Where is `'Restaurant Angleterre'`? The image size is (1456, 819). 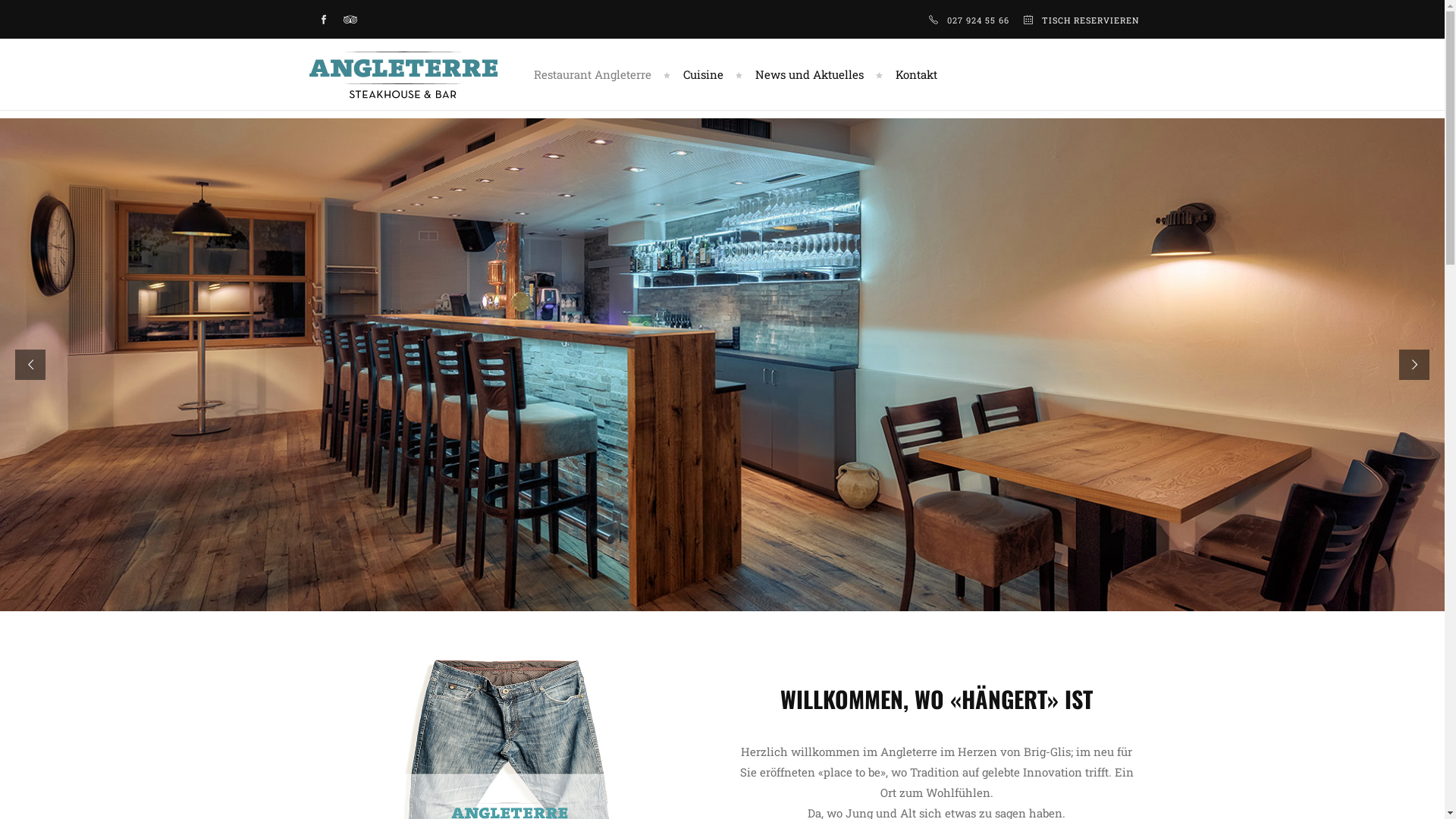 'Restaurant Angleterre' is located at coordinates (516, 74).